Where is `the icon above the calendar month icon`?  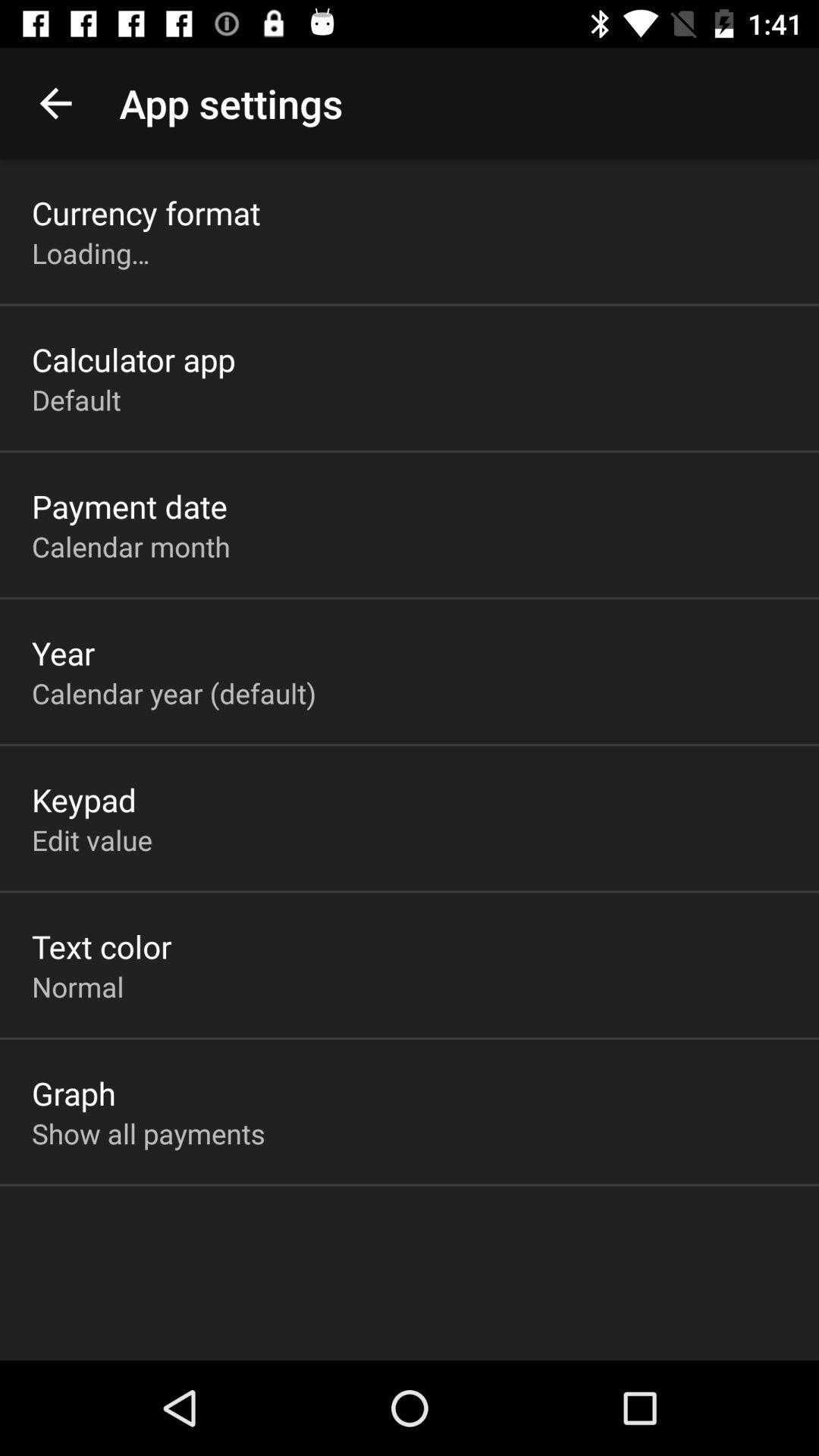 the icon above the calendar month icon is located at coordinates (128, 506).